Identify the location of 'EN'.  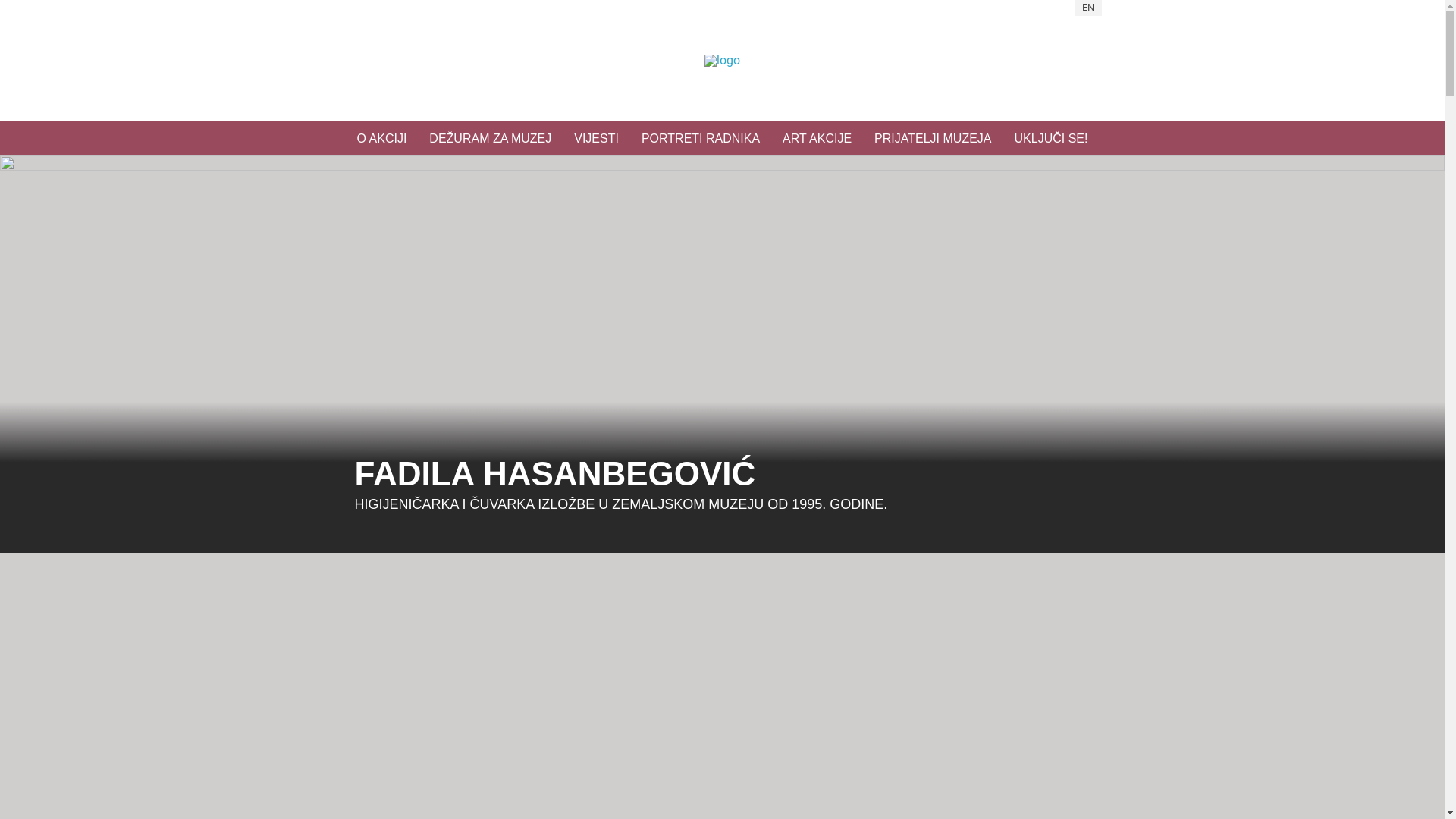
(1087, 7).